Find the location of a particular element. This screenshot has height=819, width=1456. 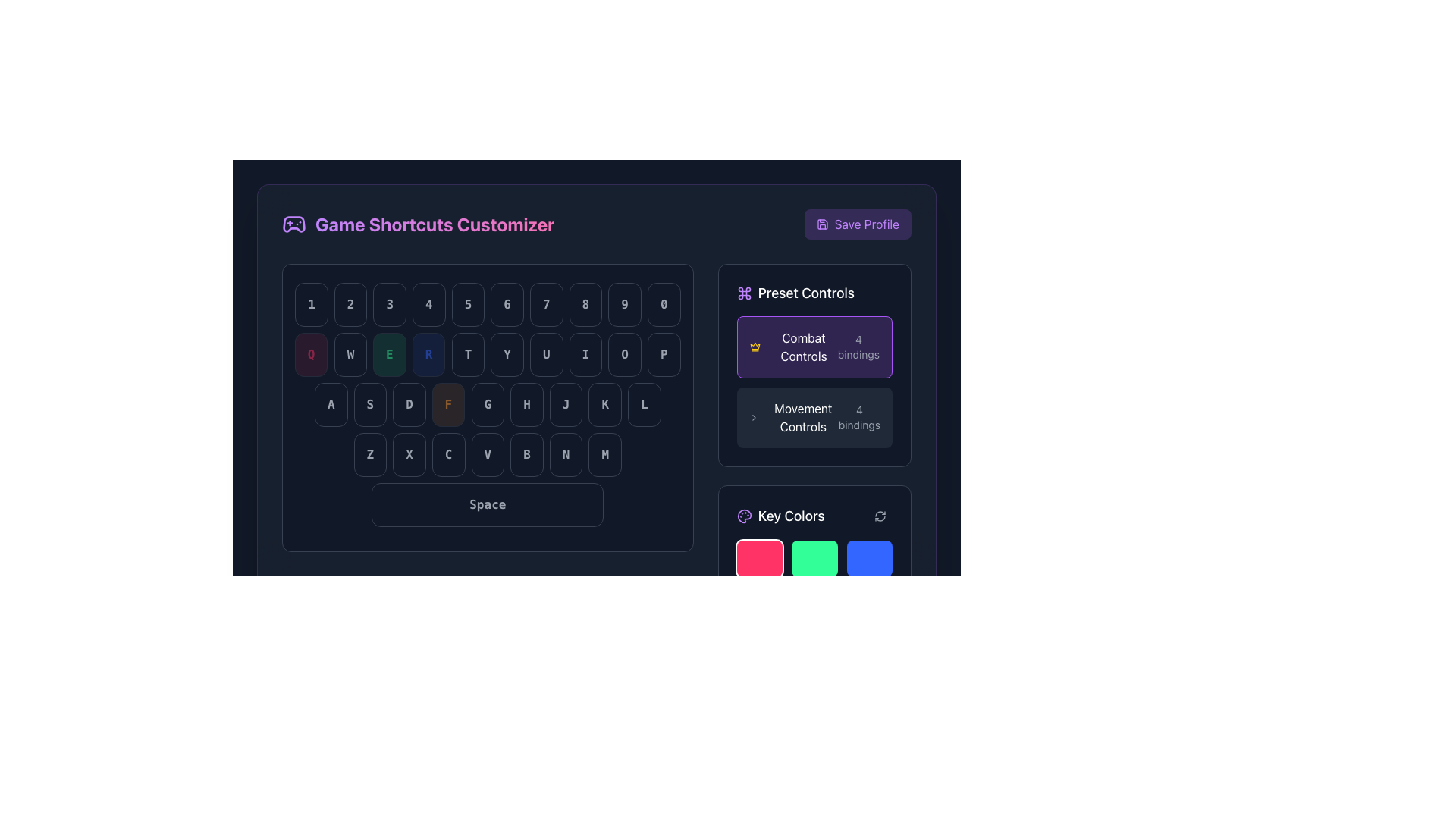

the context menu of the middle button is located at coordinates (488, 354).